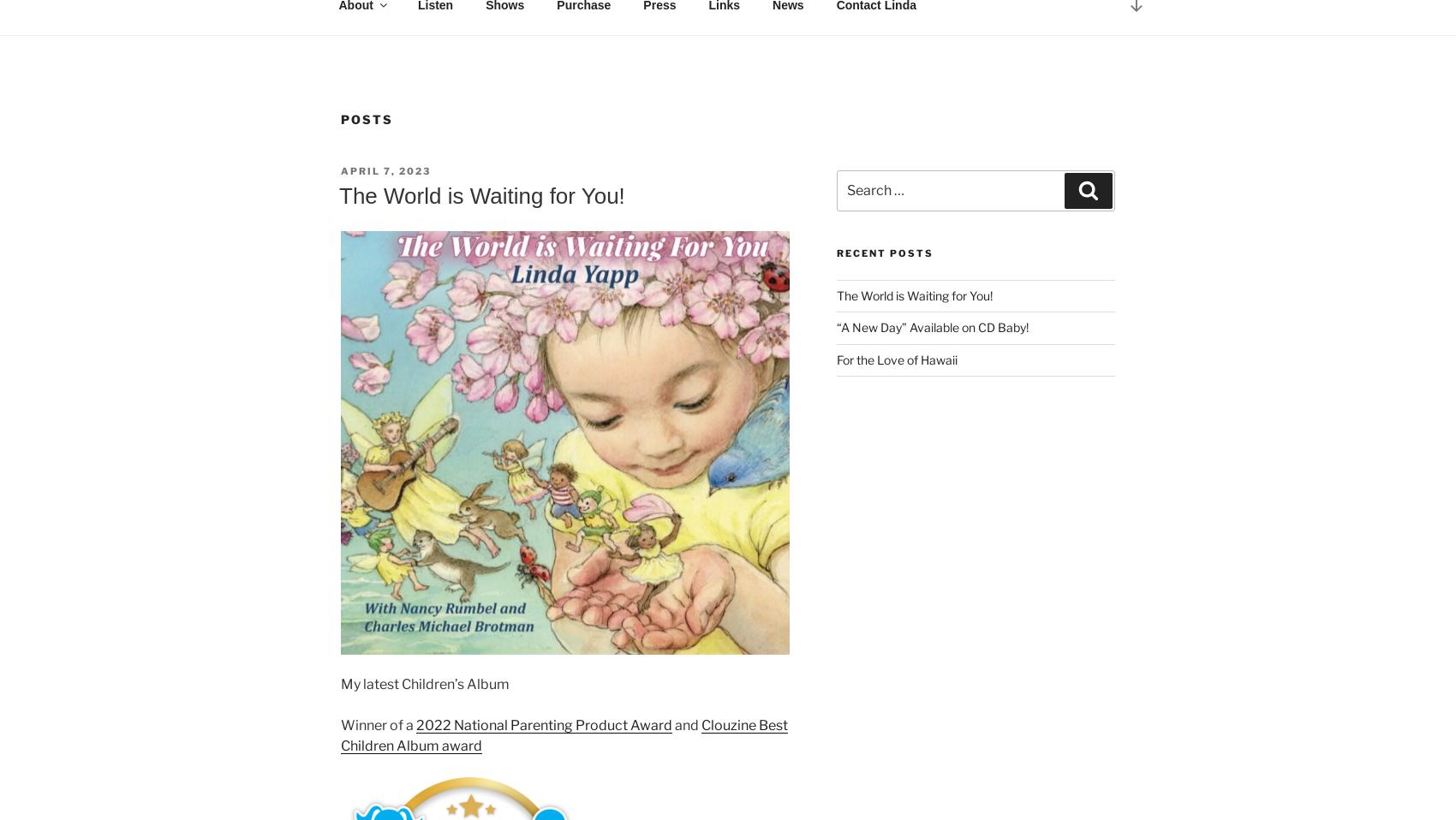  Describe the element at coordinates (543, 723) in the screenshot. I see `'2022 National Parenting Product Award'` at that location.